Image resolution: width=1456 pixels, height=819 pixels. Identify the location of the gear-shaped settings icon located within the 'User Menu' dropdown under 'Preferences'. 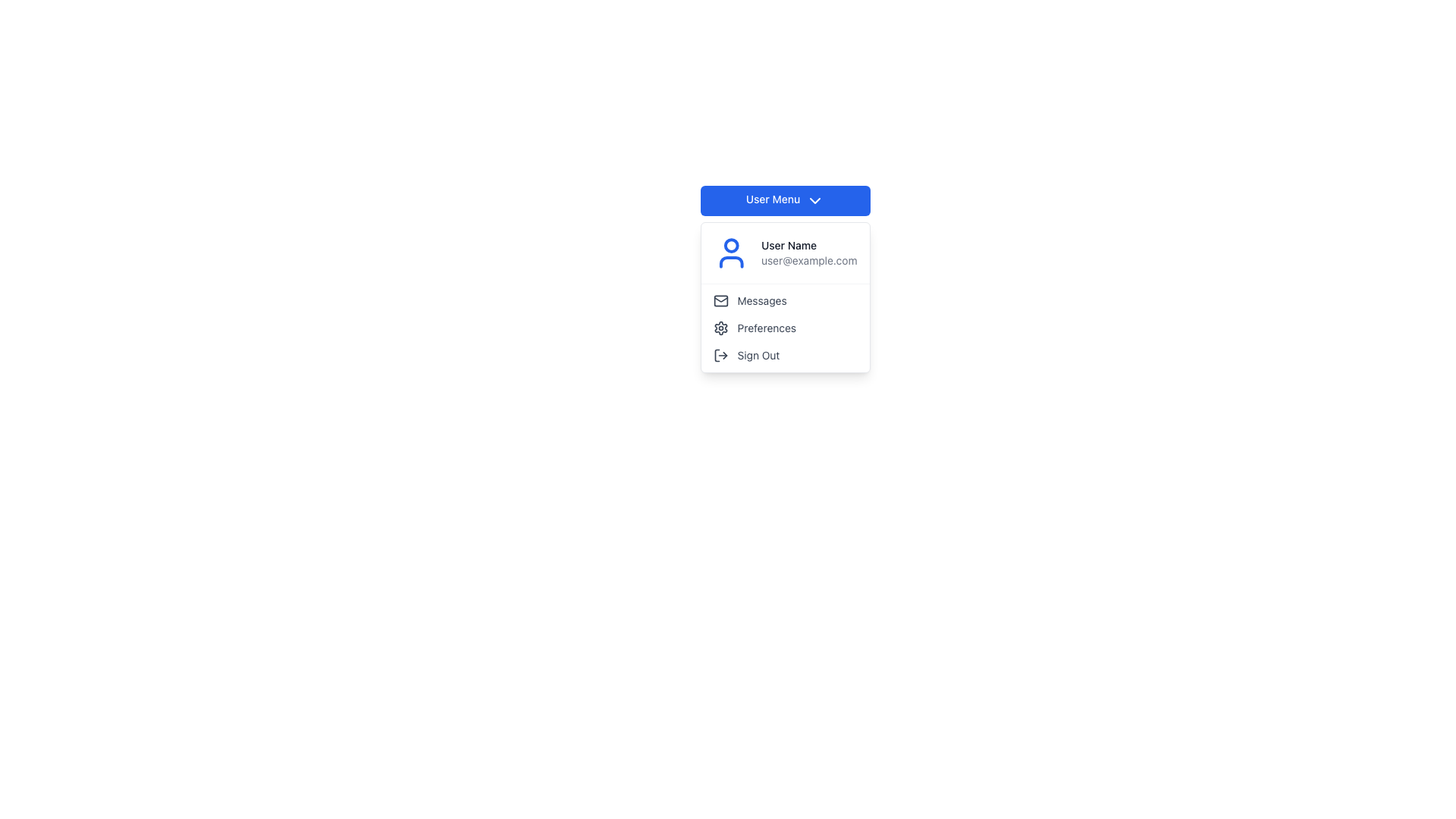
(720, 327).